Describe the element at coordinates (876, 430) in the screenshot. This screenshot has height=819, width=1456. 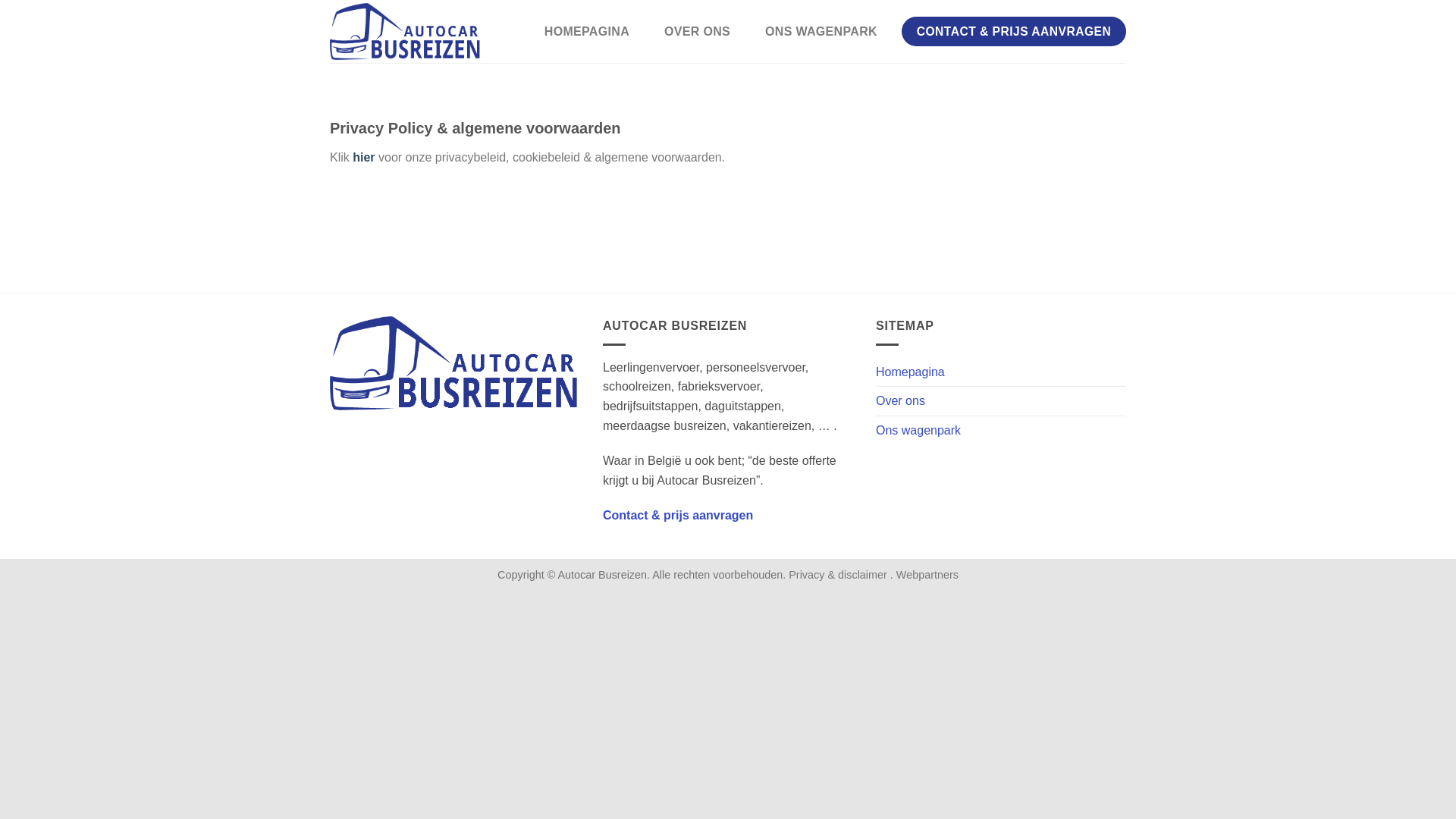
I see `'Ons wagenpark'` at that location.